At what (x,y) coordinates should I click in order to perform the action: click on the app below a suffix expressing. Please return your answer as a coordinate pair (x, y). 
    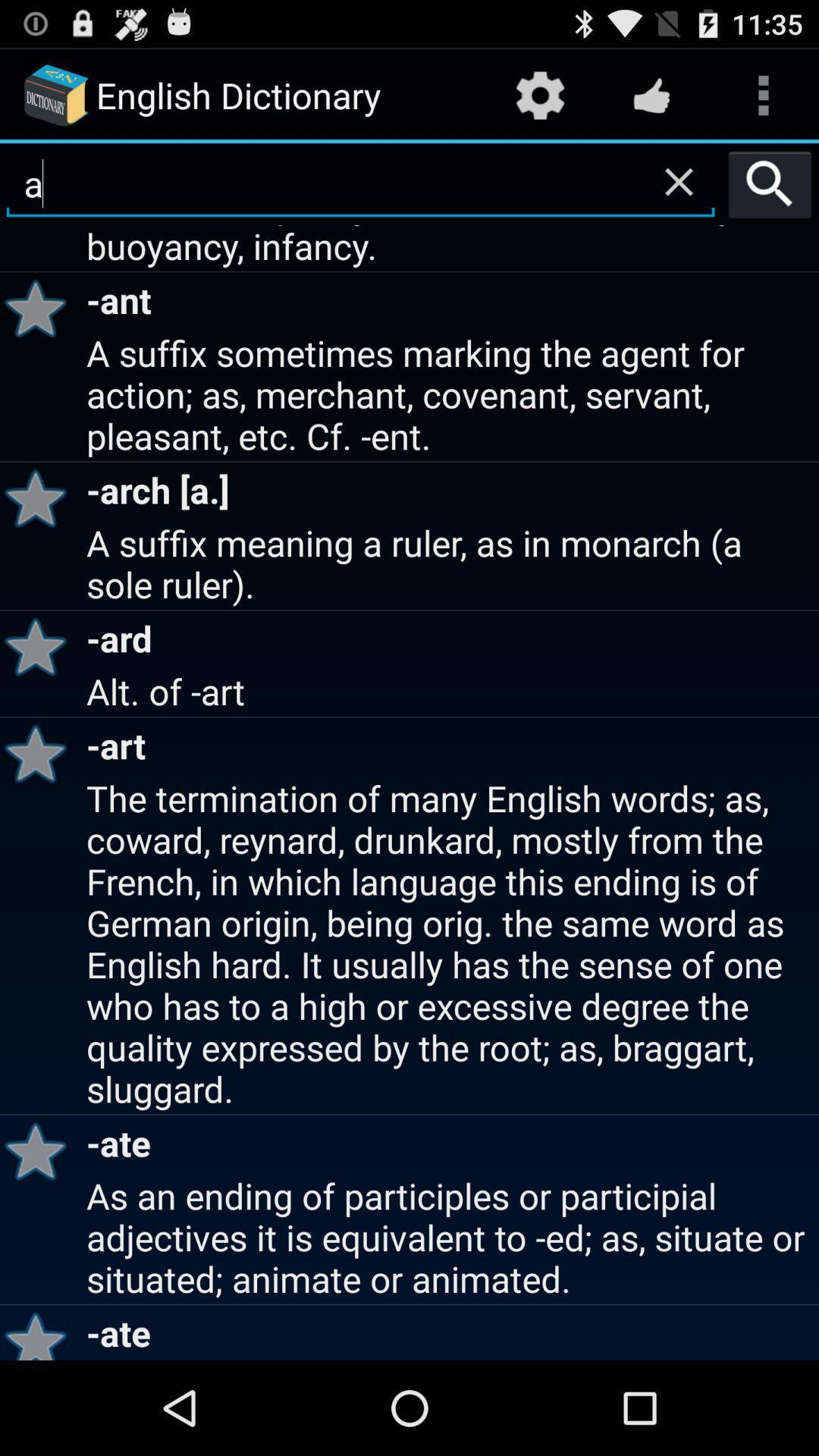
    Looking at the image, I should click on (40, 307).